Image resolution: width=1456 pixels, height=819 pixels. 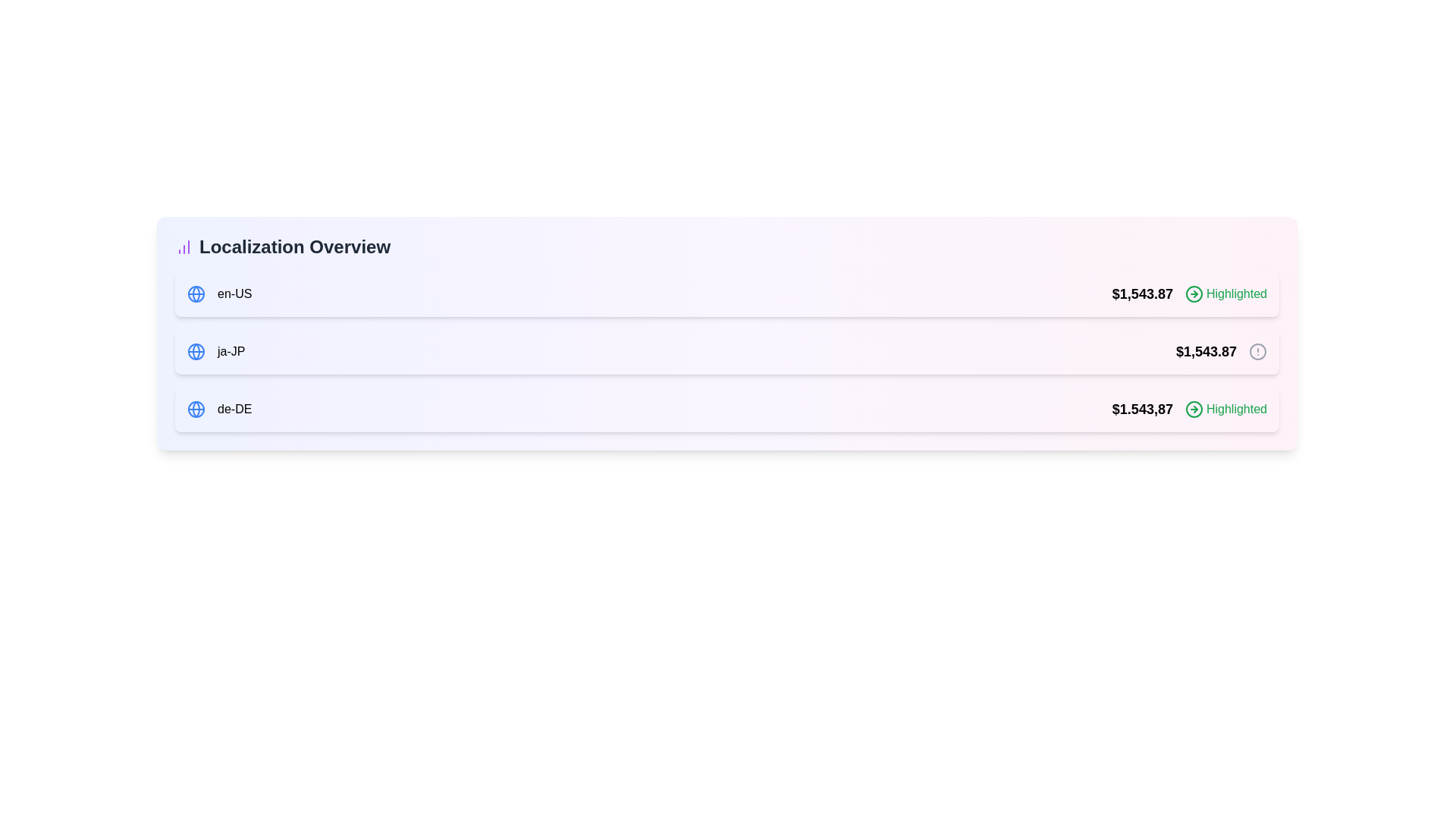 I want to click on the circular graphic element with a gray border and white fill, located at the end of the second row aligned with the text 'ja-JP' and the price '$1,543.87', so click(x=1258, y=351).